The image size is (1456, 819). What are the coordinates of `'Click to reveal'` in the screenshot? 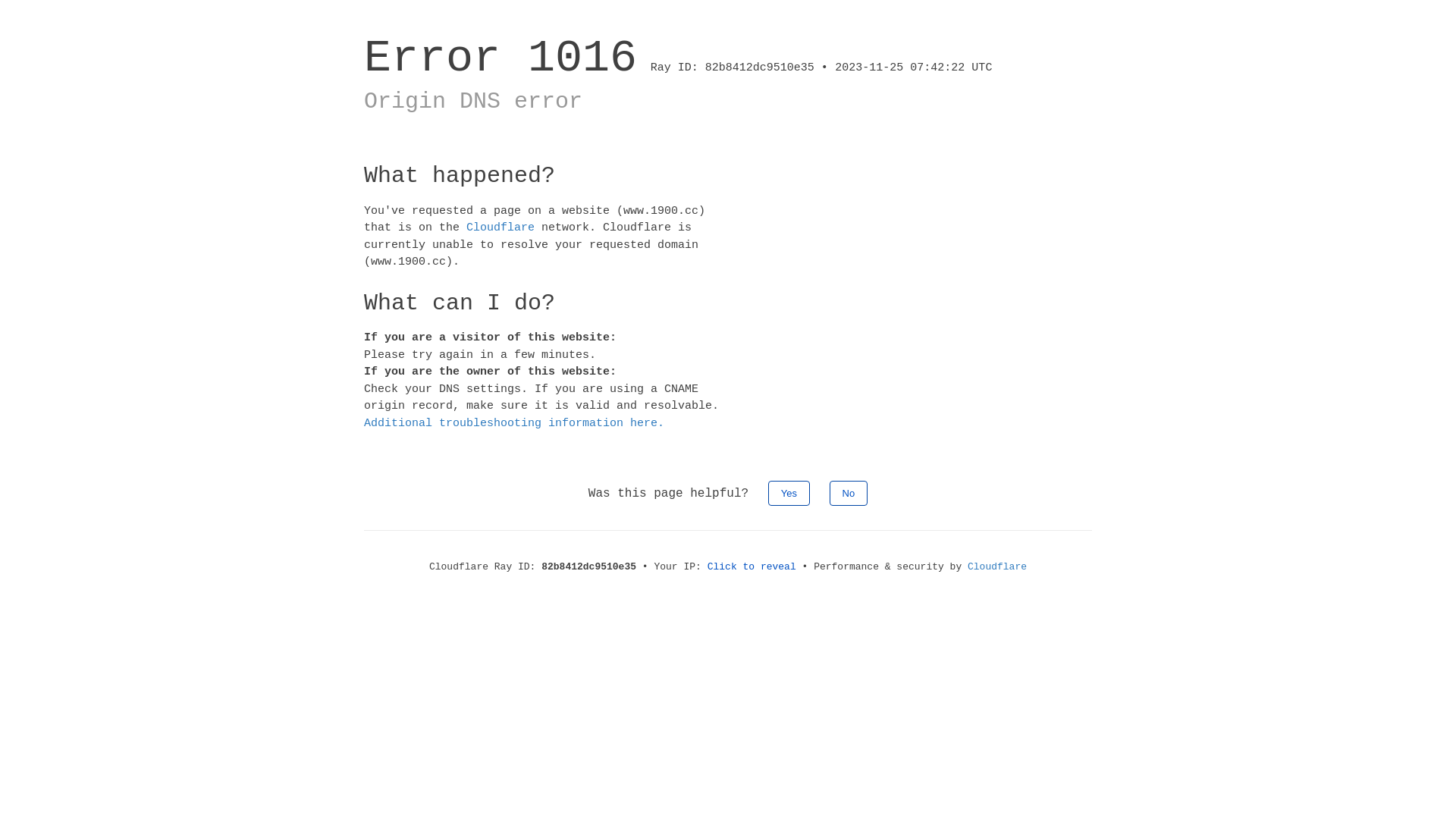 It's located at (752, 566).